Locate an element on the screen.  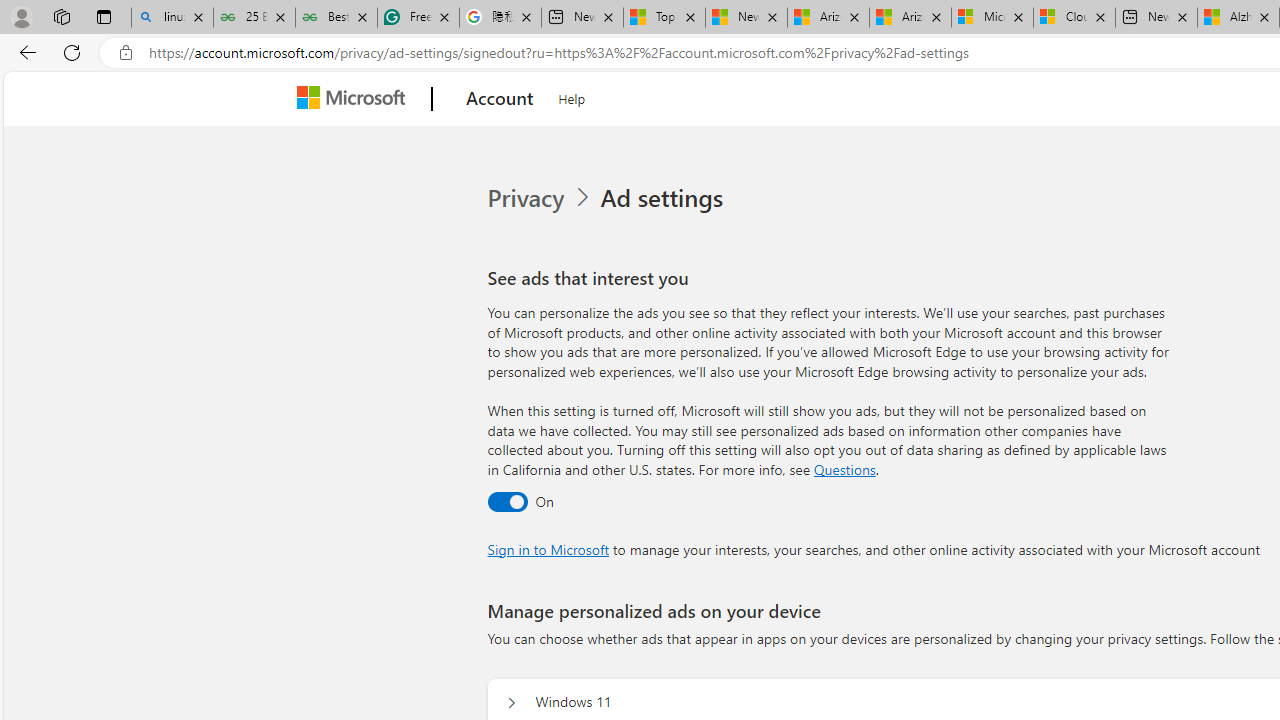
'Sign in to Microsoft' is located at coordinates (548, 549).